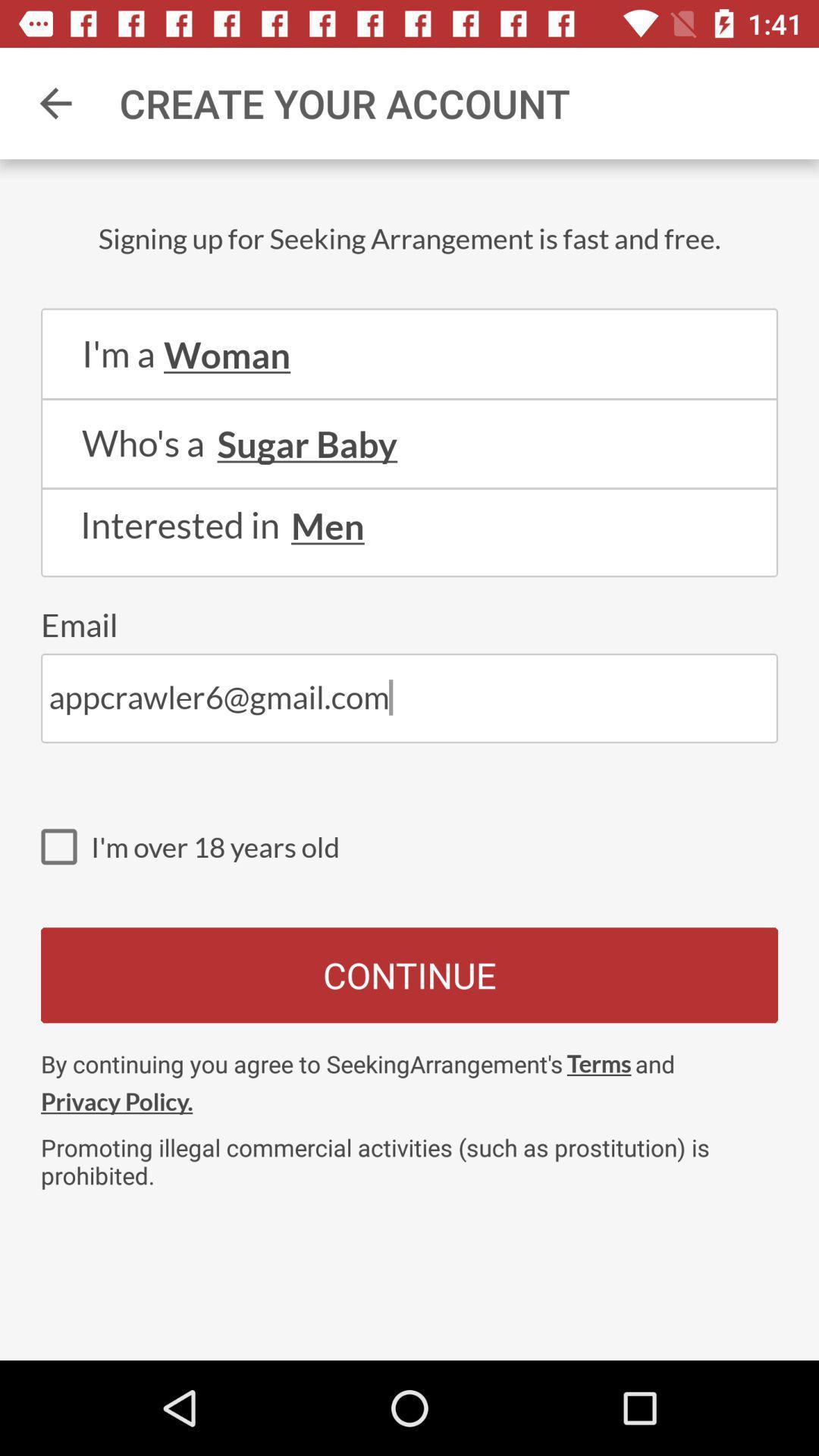 This screenshot has width=819, height=1456. I want to click on the item to the left of i m over, so click(65, 846).